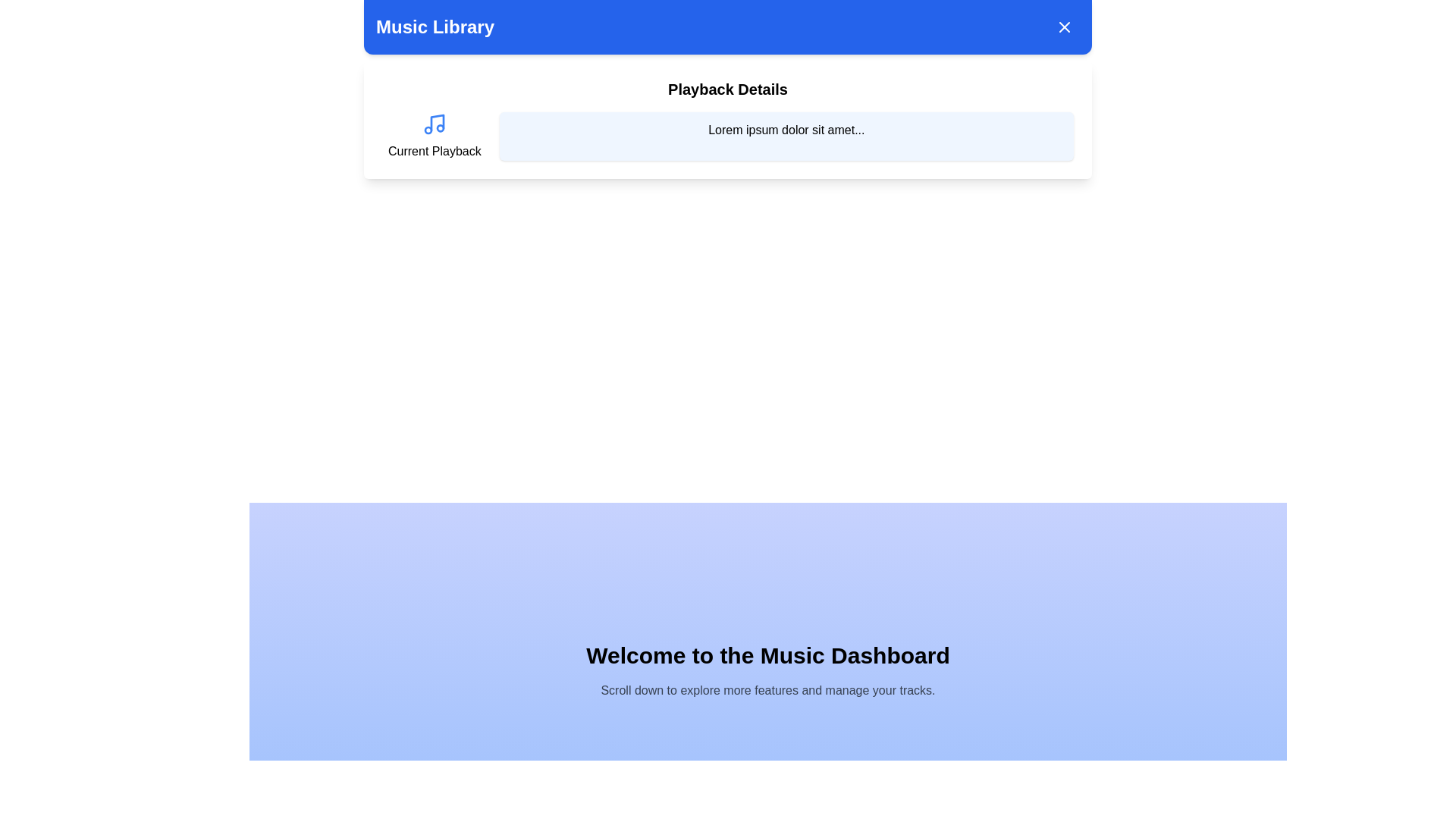 The image size is (1456, 819). Describe the element at coordinates (1063, 27) in the screenshot. I see `the 'X' icon button in the top-right corner of the 'Music Library' header` at that location.